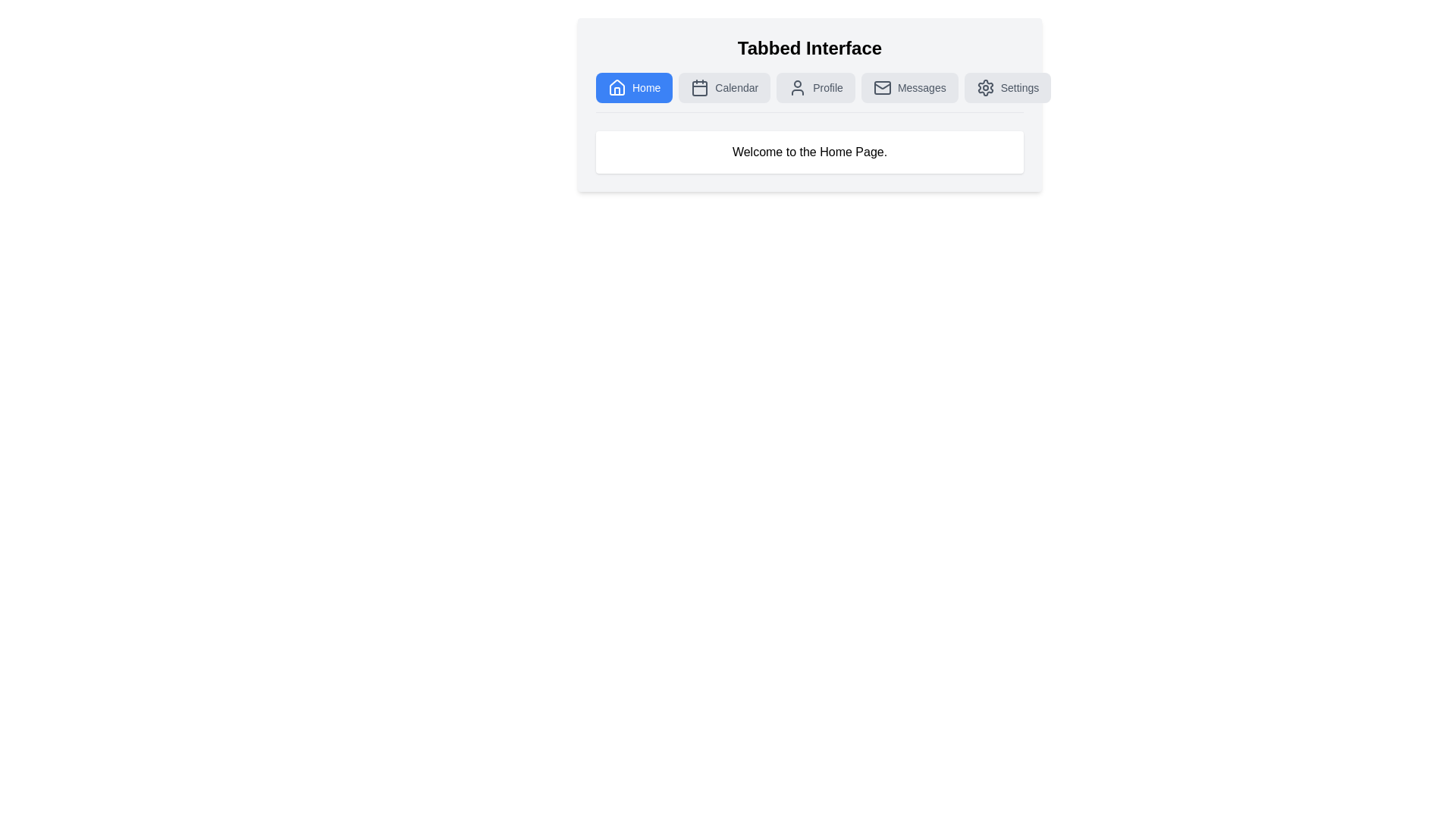 The width and height of the screenshot is (1456, 819). I want to click on 'Messages' label, which is the fourth button in a row of navigation icons, located near the top center of the interface, so click(921, 87).